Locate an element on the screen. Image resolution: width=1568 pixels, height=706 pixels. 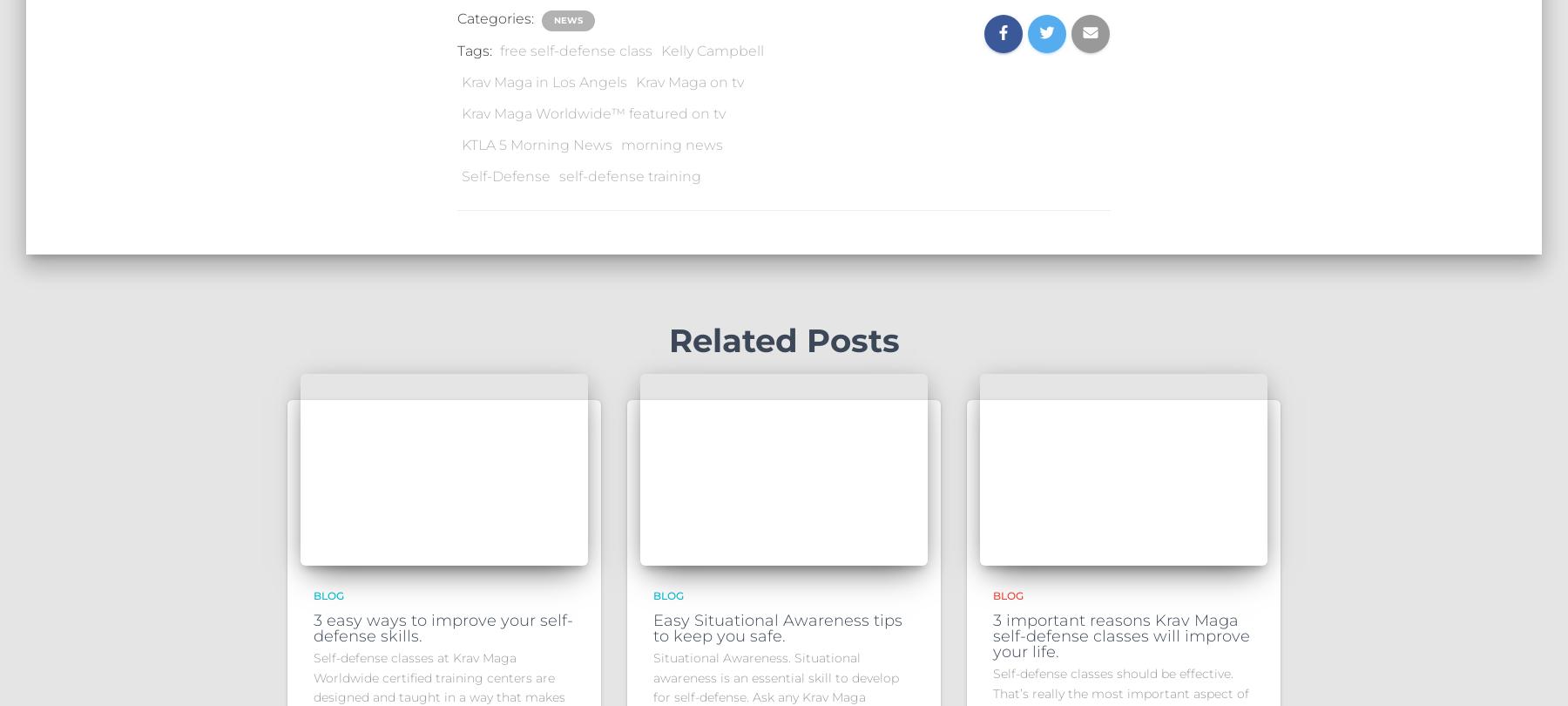
'KTLA 5 Morning News' is located at coordinates (460, 144).